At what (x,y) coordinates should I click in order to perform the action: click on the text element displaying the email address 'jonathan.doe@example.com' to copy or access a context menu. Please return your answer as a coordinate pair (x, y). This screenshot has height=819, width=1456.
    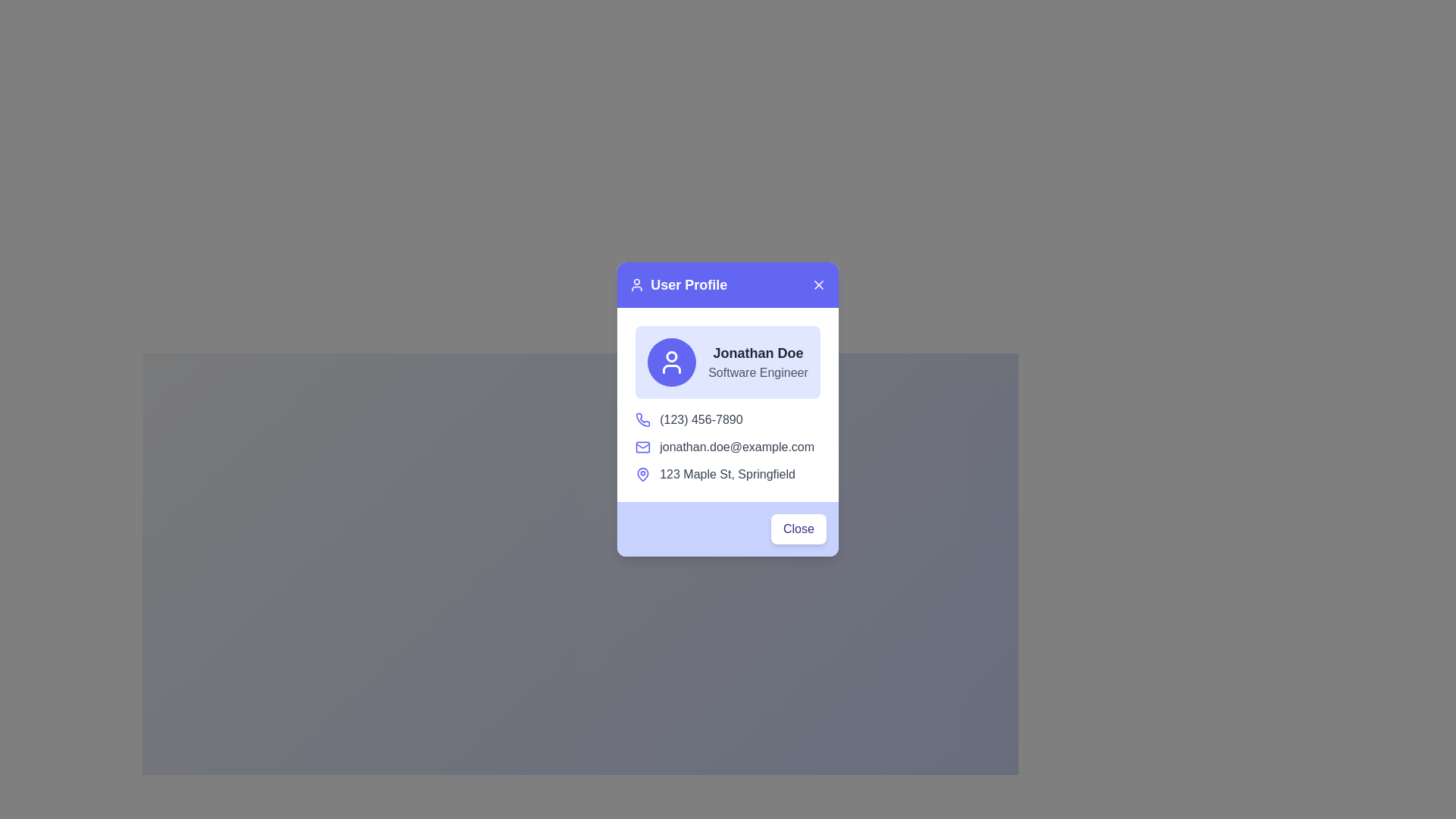
    Looking at the image, I should click on (736, 447).